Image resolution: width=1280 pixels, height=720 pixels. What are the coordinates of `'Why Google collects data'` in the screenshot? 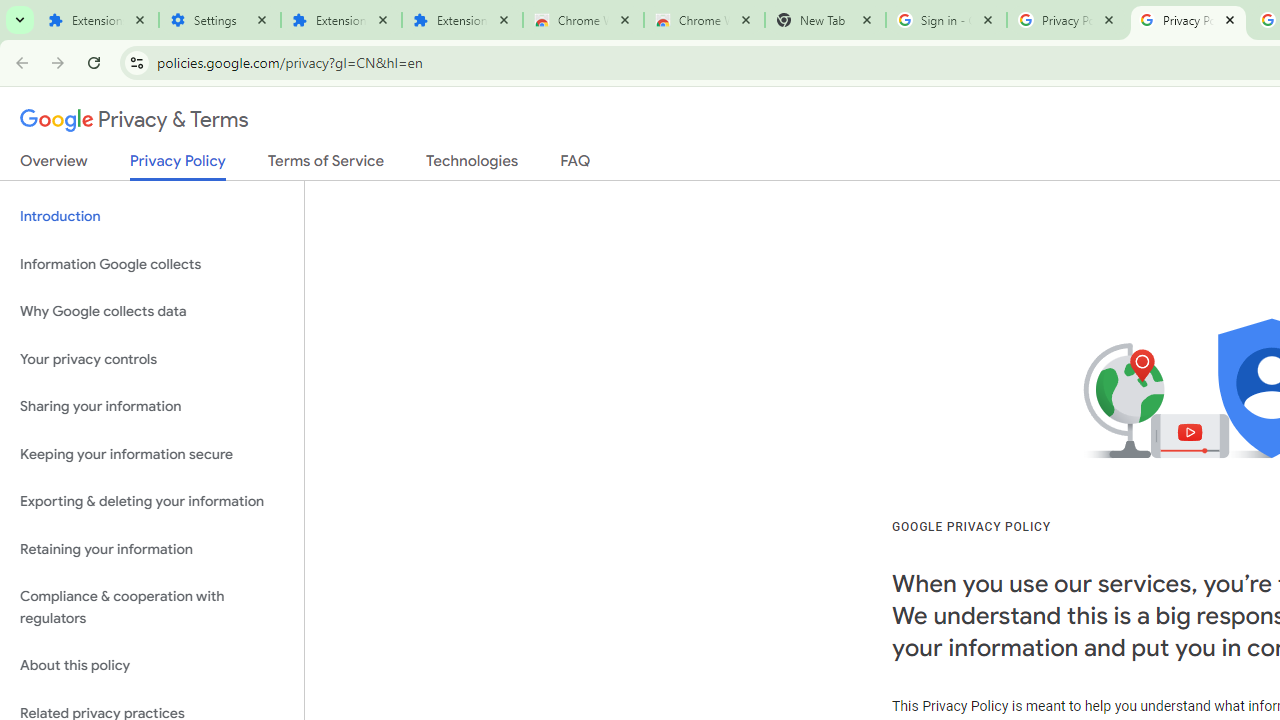 It's located at (151, 312).